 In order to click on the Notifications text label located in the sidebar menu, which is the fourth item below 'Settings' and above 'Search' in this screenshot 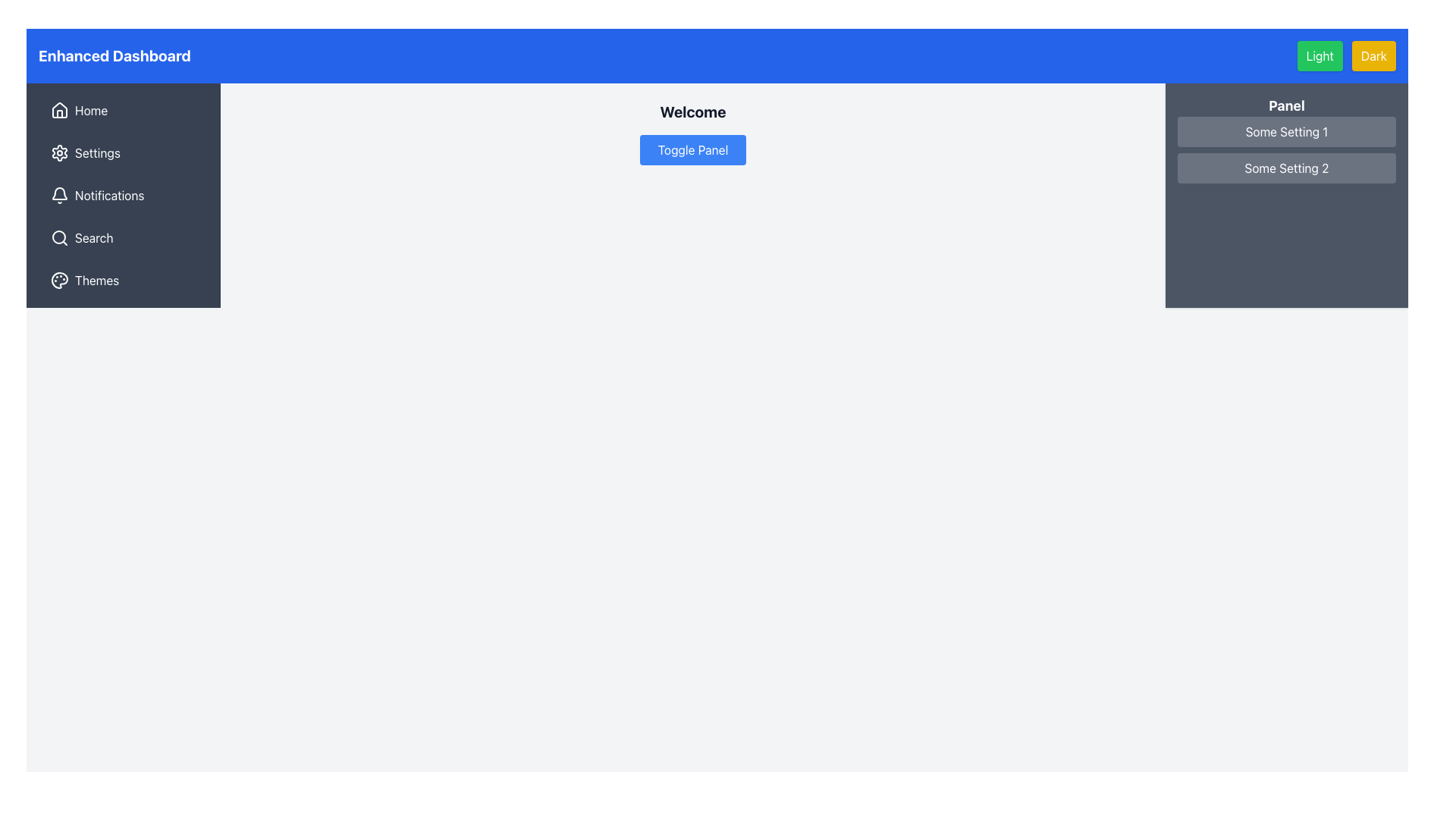, I will do `click(108, 195)`.